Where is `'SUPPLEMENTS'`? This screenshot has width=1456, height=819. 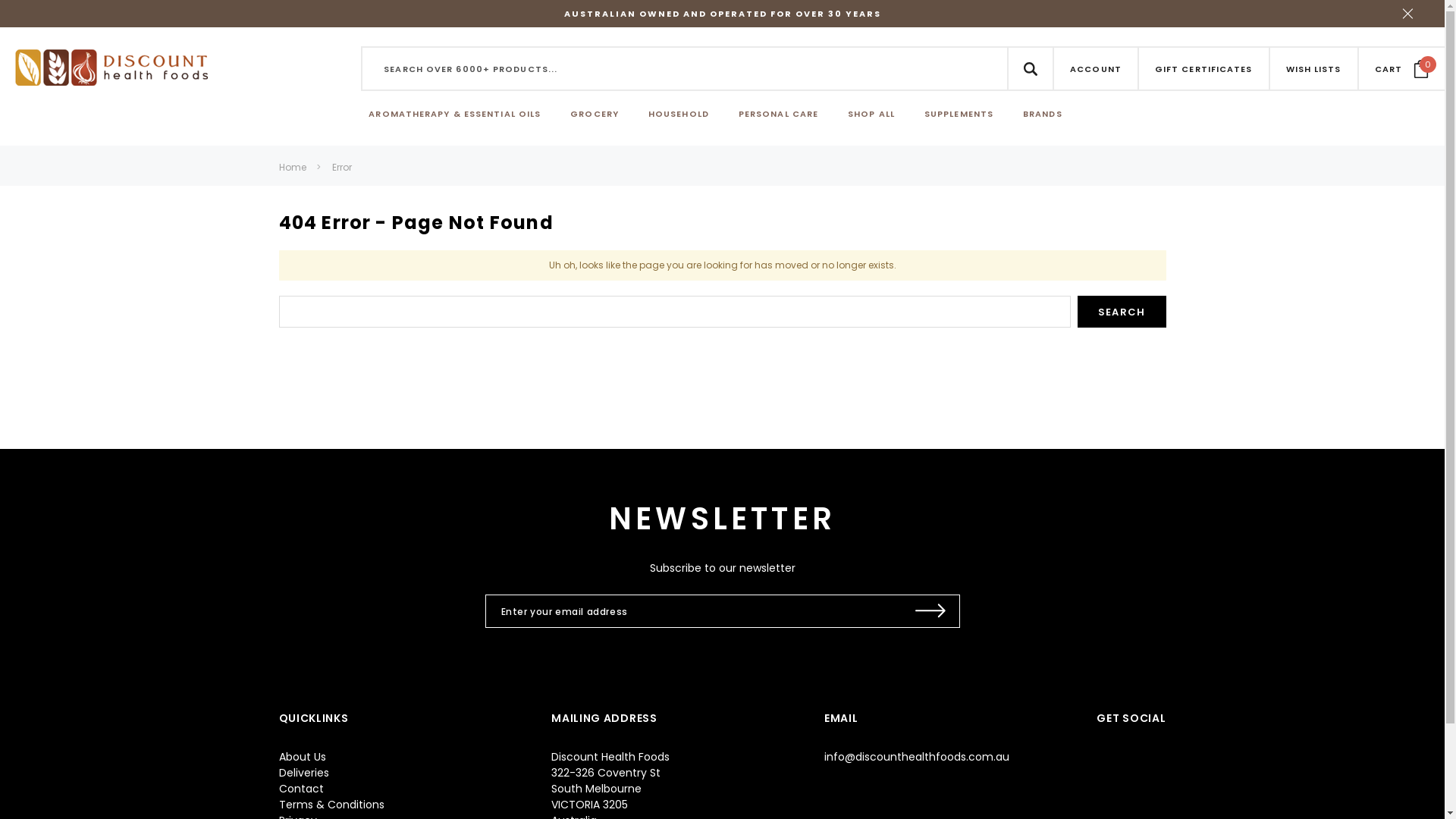
'SUPPLEMENTS' is located at coordinates (958, 113).